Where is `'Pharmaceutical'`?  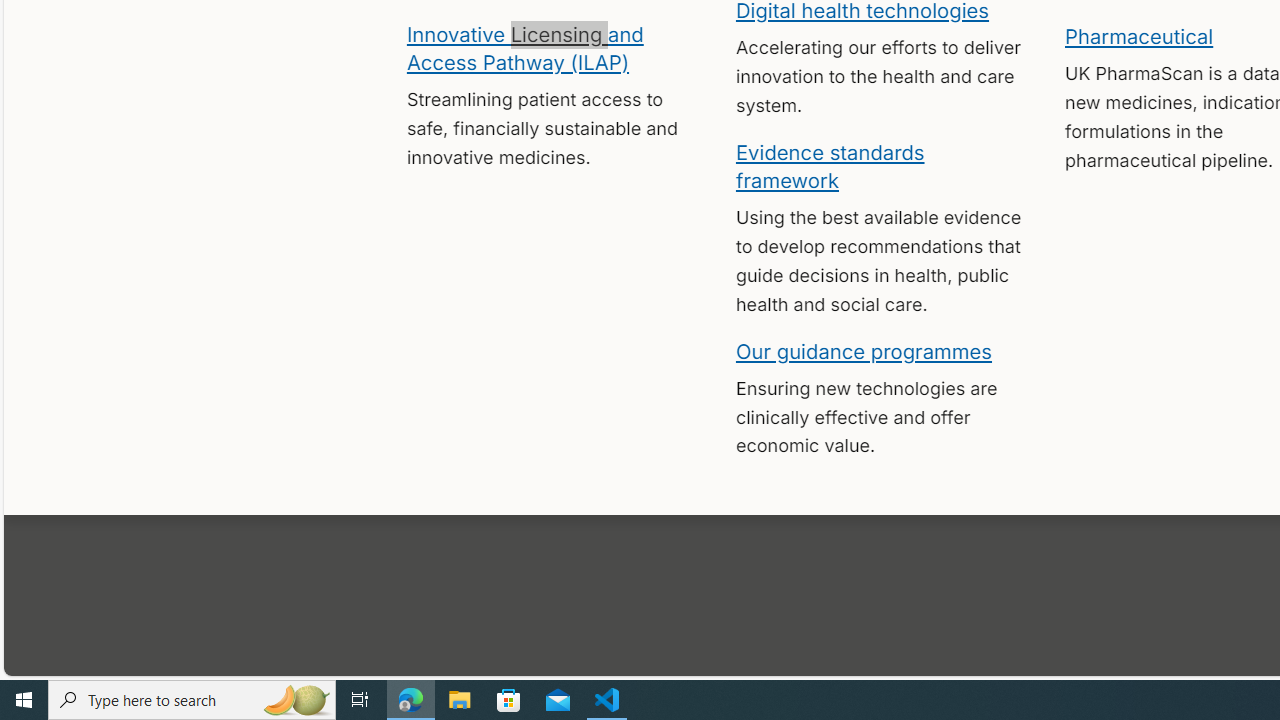 'Pharmaceutical' is located at coordinates (1139, 36).